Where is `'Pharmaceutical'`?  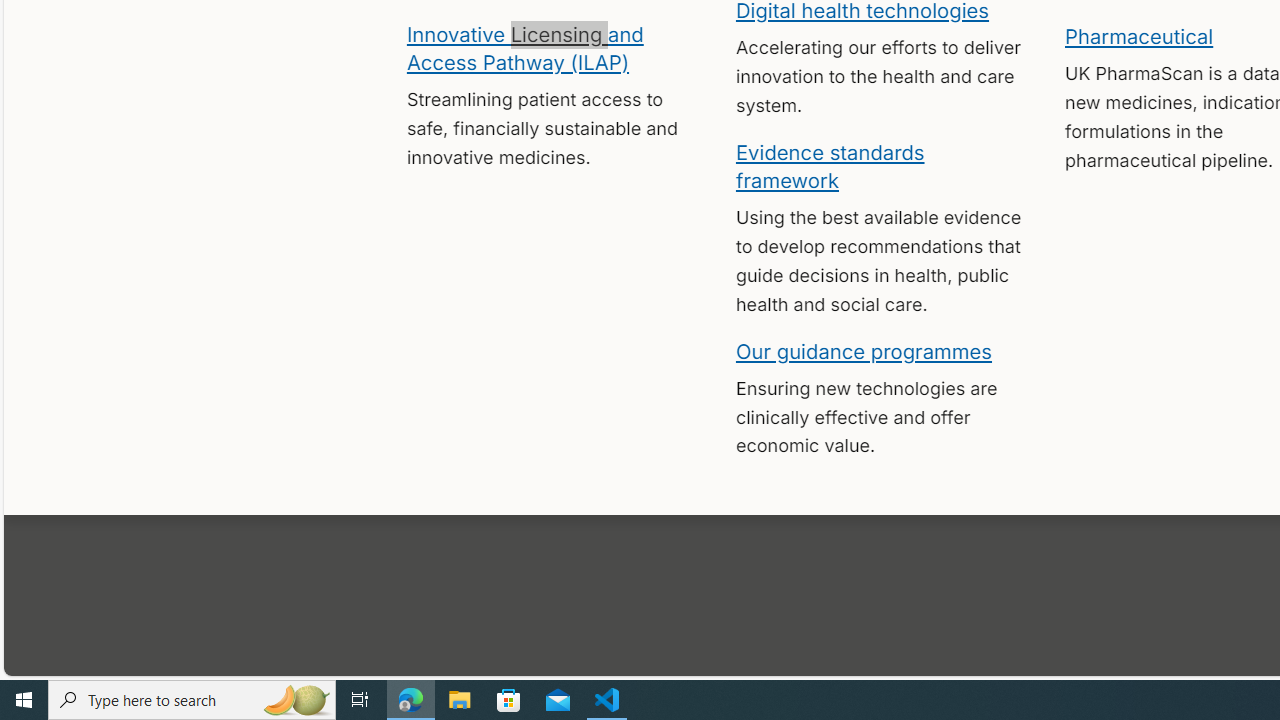 'Pharmaceutical' is located at coordinates (1139, 36).